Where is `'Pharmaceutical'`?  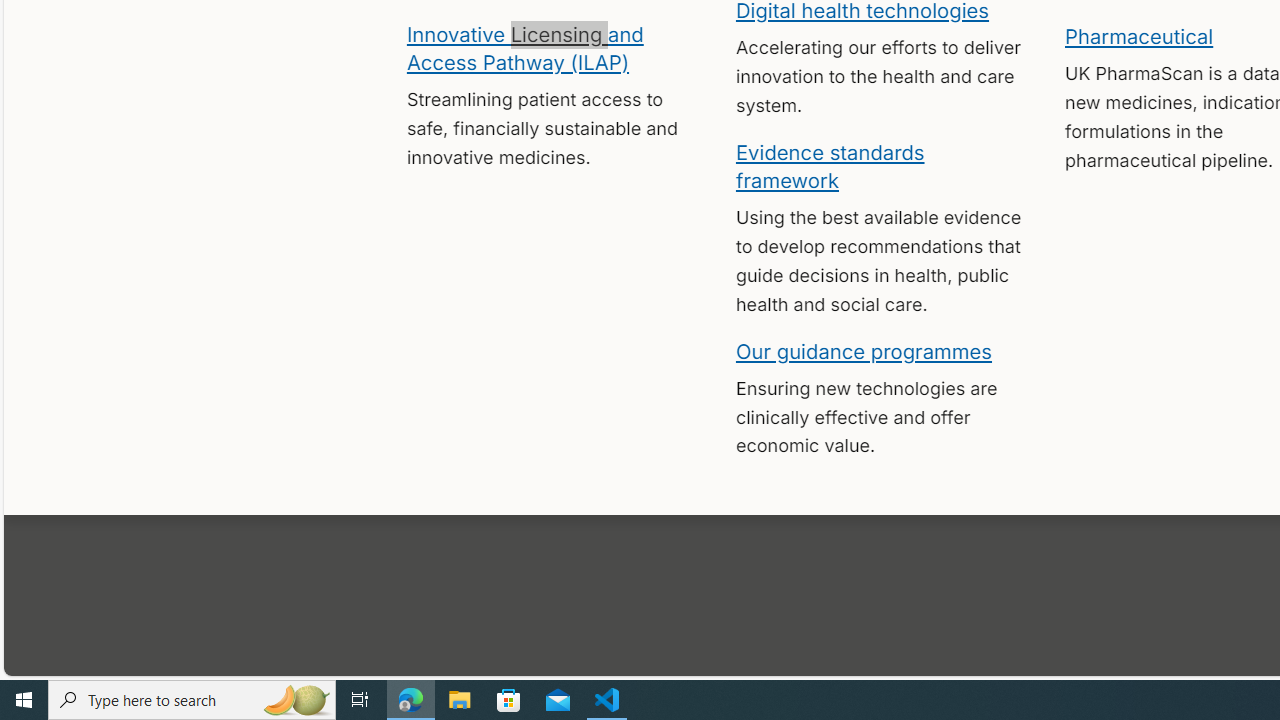 'Pharmaceutical' is located at coordinates (1139, 36).